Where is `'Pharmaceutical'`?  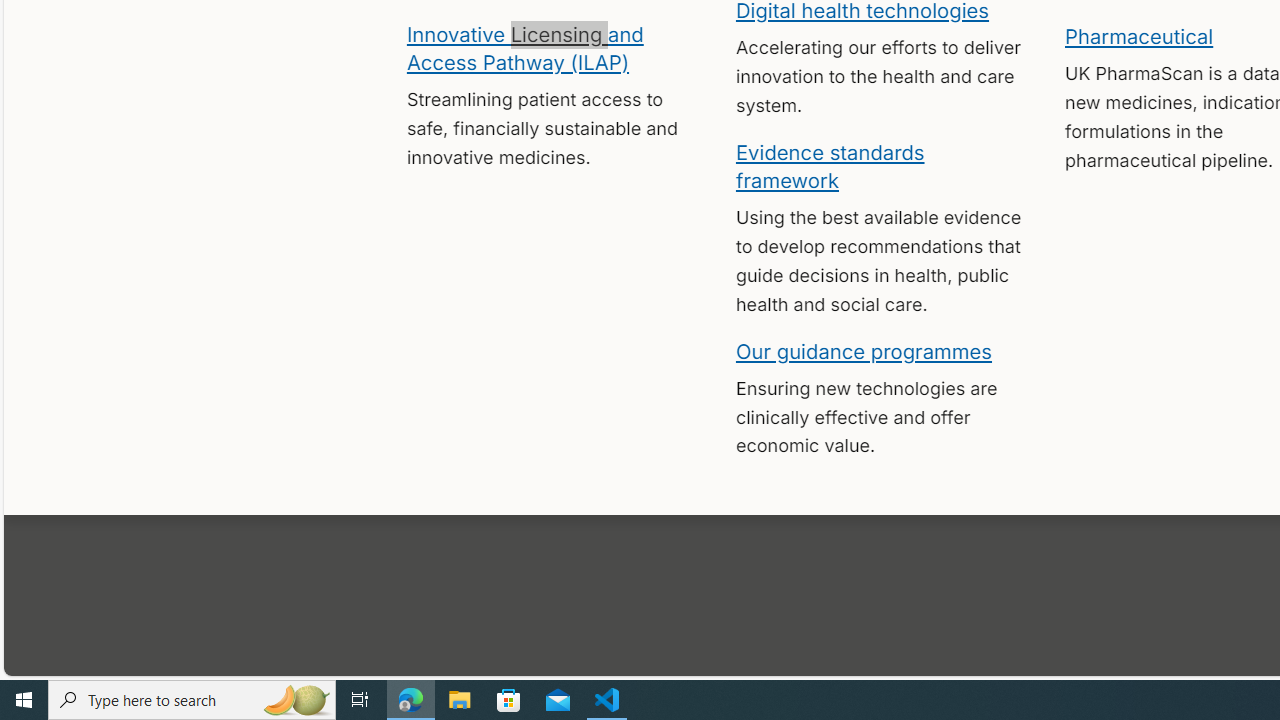 'Pharmaceutical' is located at coordinates (1139, 36).